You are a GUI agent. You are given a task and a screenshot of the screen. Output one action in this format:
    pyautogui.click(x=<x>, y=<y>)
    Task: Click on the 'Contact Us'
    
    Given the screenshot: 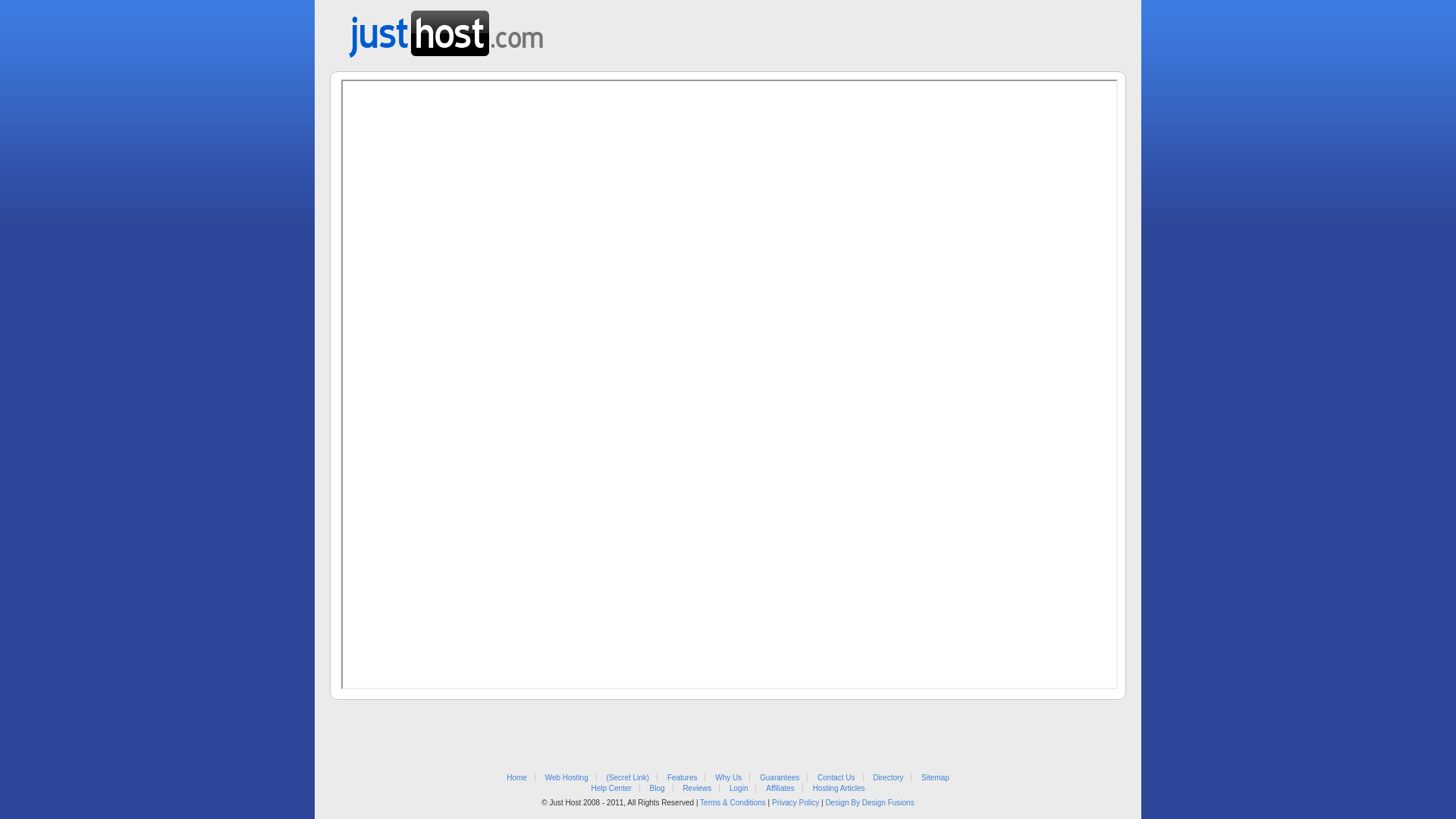 What is the action you would take?
    pyautogui.click(x=817, y=777)
    